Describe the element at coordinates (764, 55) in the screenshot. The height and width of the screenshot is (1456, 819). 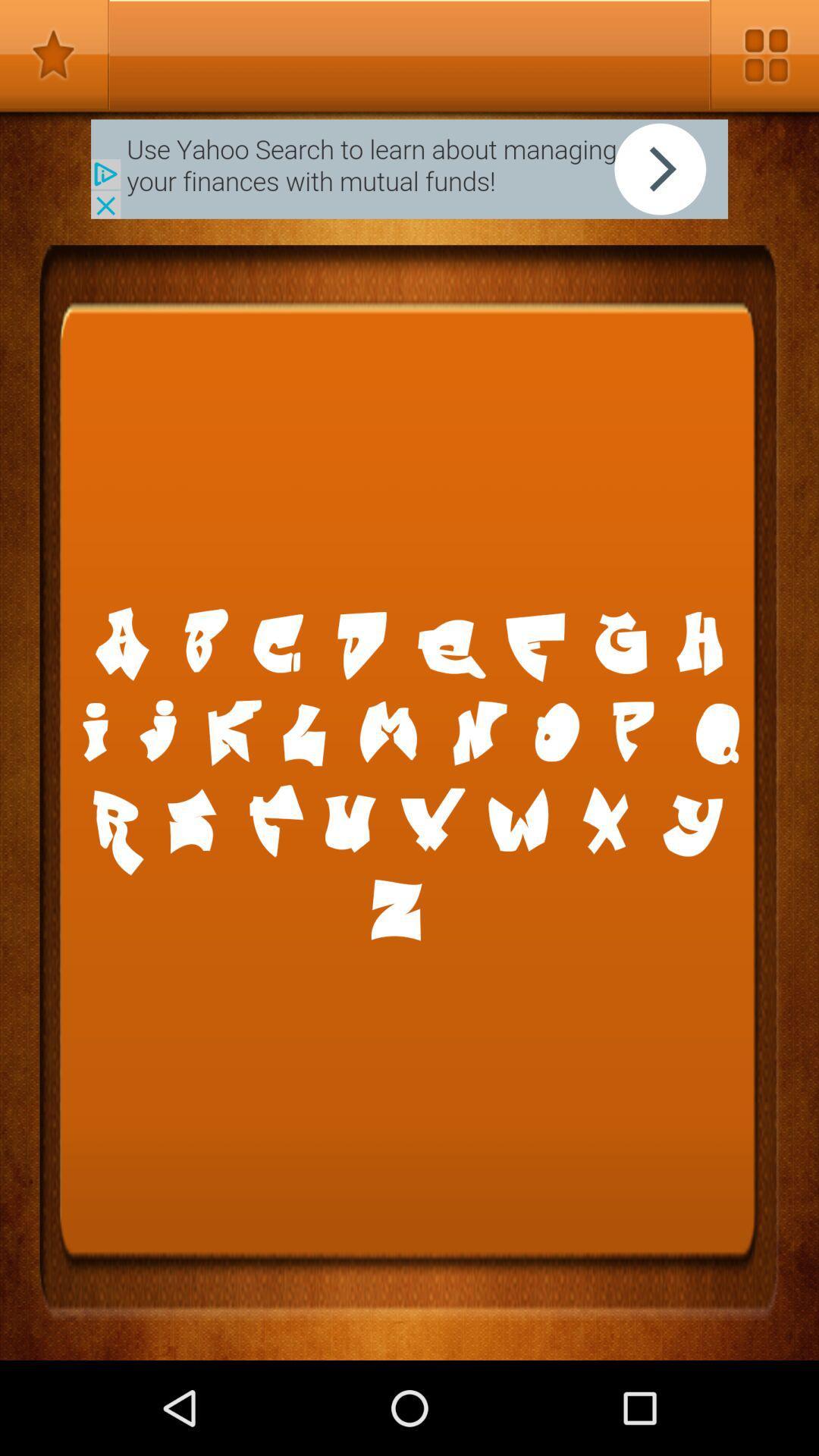
I see `setting bar option` at that location.